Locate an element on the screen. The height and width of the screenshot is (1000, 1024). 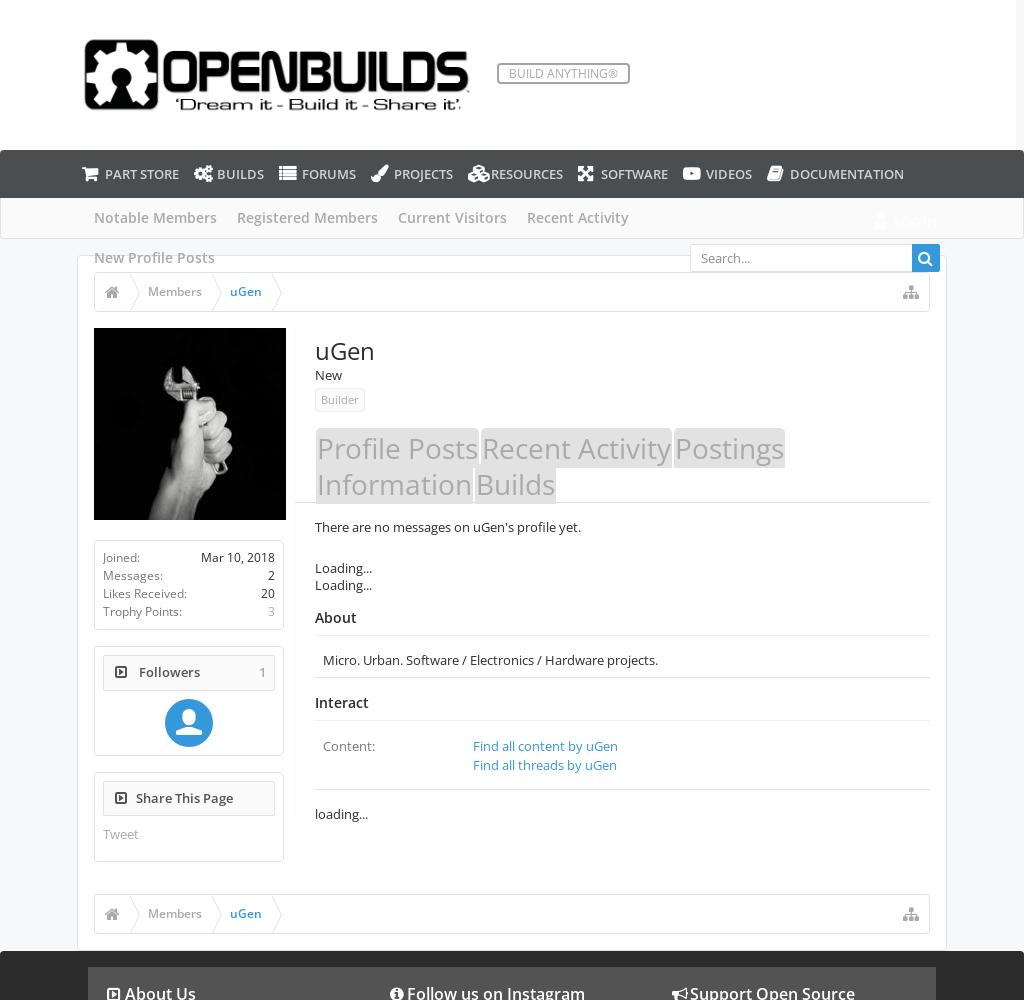
'Joined:' is located at coordinates (120, 556).